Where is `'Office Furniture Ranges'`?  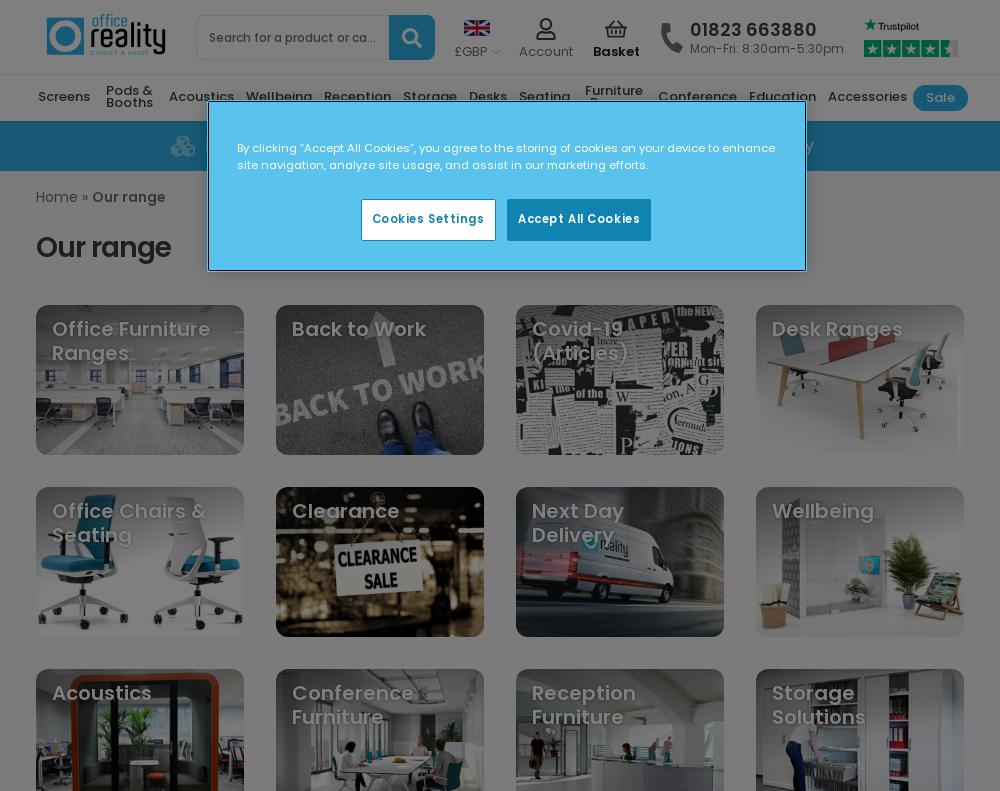
'Office Furniture Ranges' is located at coordinates (131, 339).